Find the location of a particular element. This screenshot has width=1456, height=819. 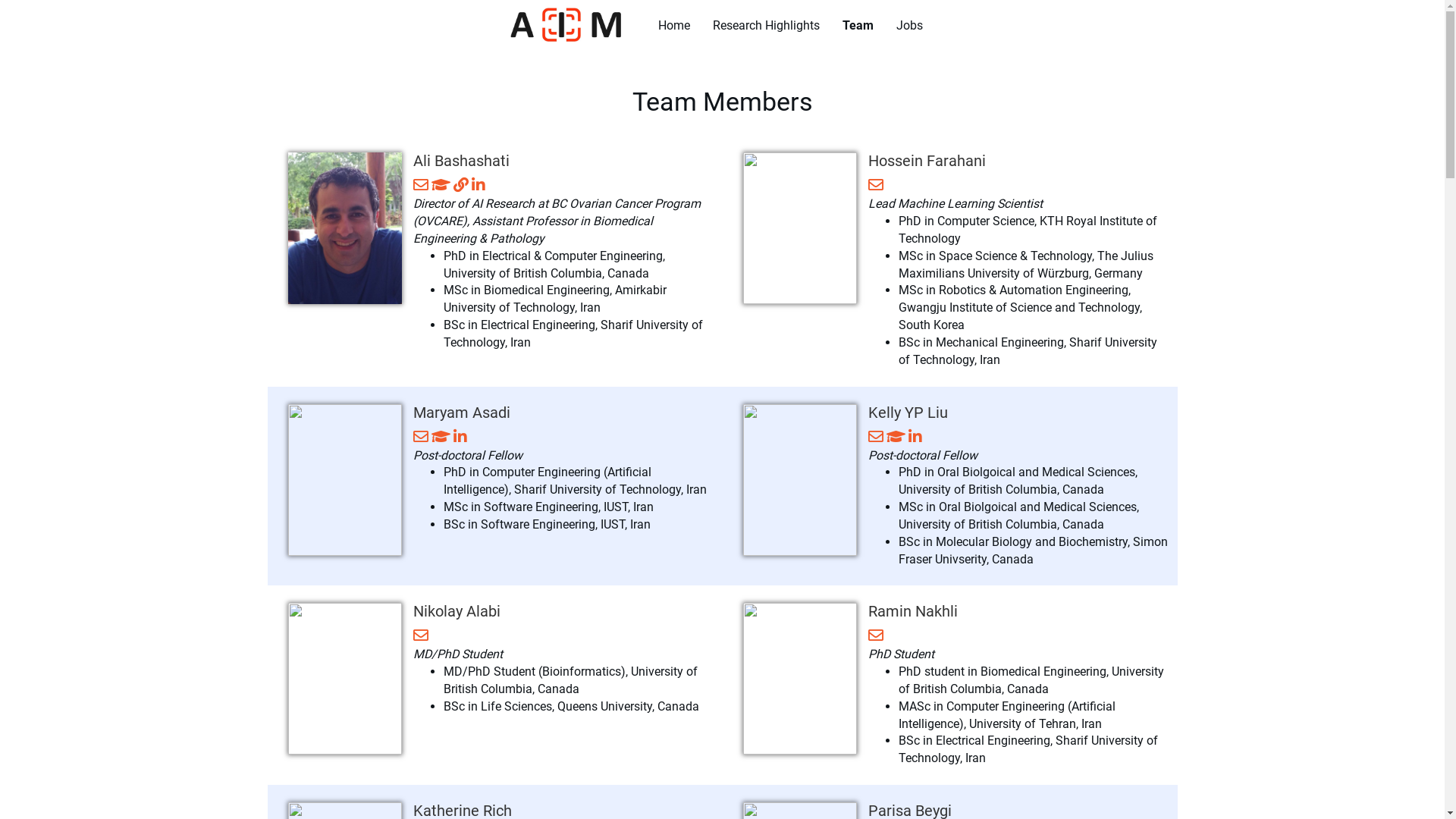

'Home' is located at coordinates (647, 26).